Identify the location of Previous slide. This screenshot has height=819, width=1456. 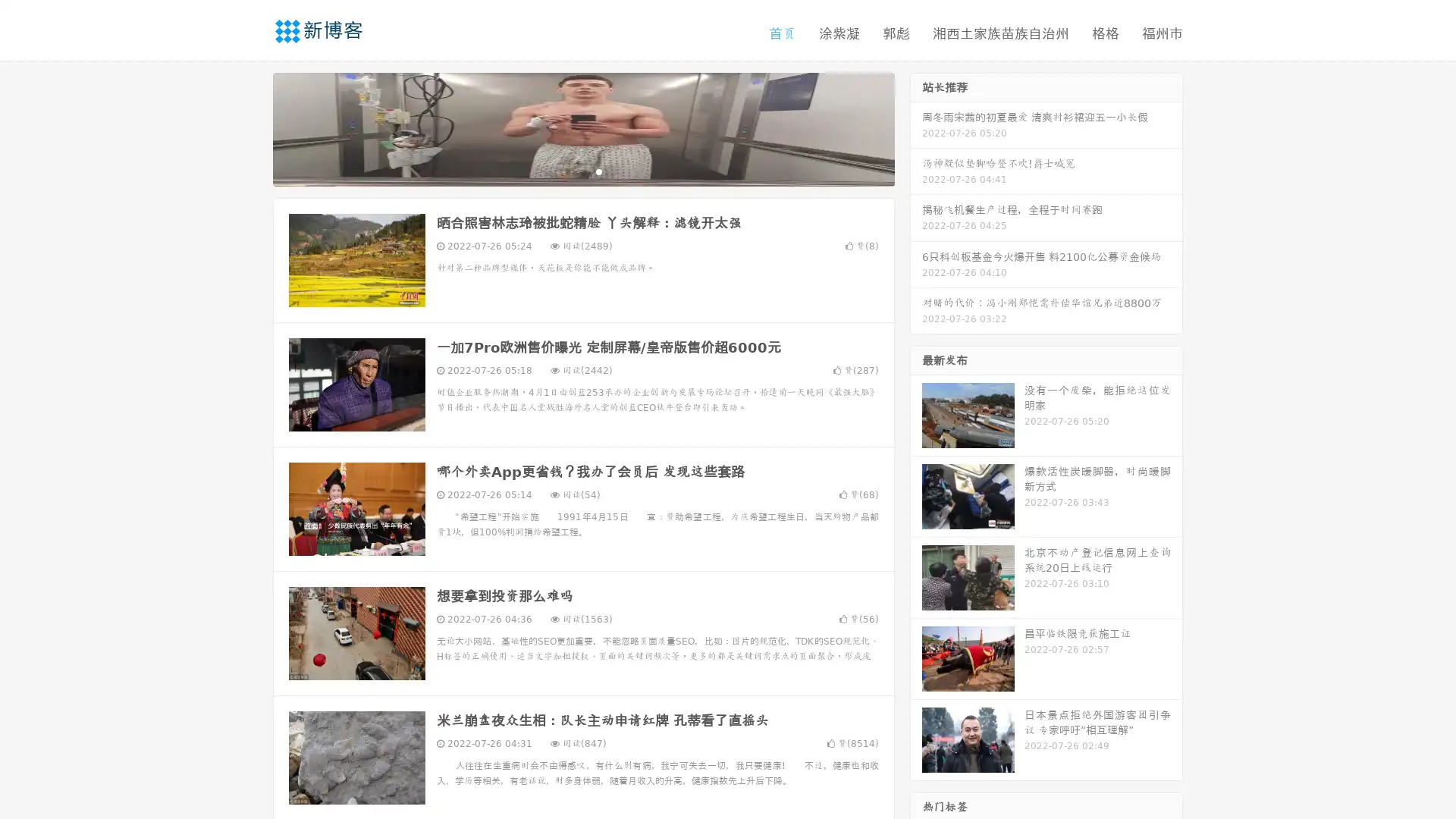
(250, 127).